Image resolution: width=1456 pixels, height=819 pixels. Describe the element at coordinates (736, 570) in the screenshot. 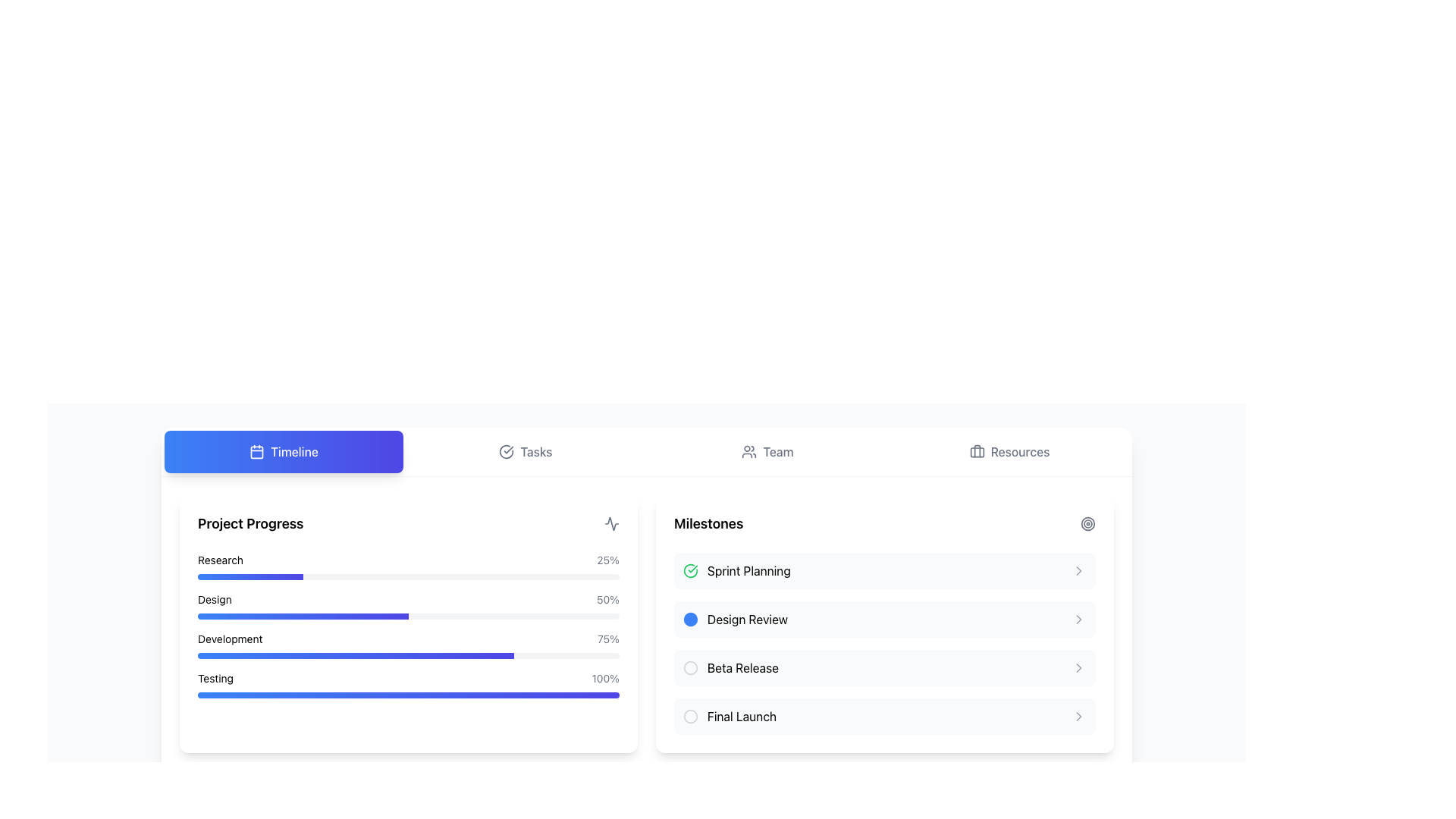

I see `the completed milestone labeled 'Sprint Planning'` at that location.